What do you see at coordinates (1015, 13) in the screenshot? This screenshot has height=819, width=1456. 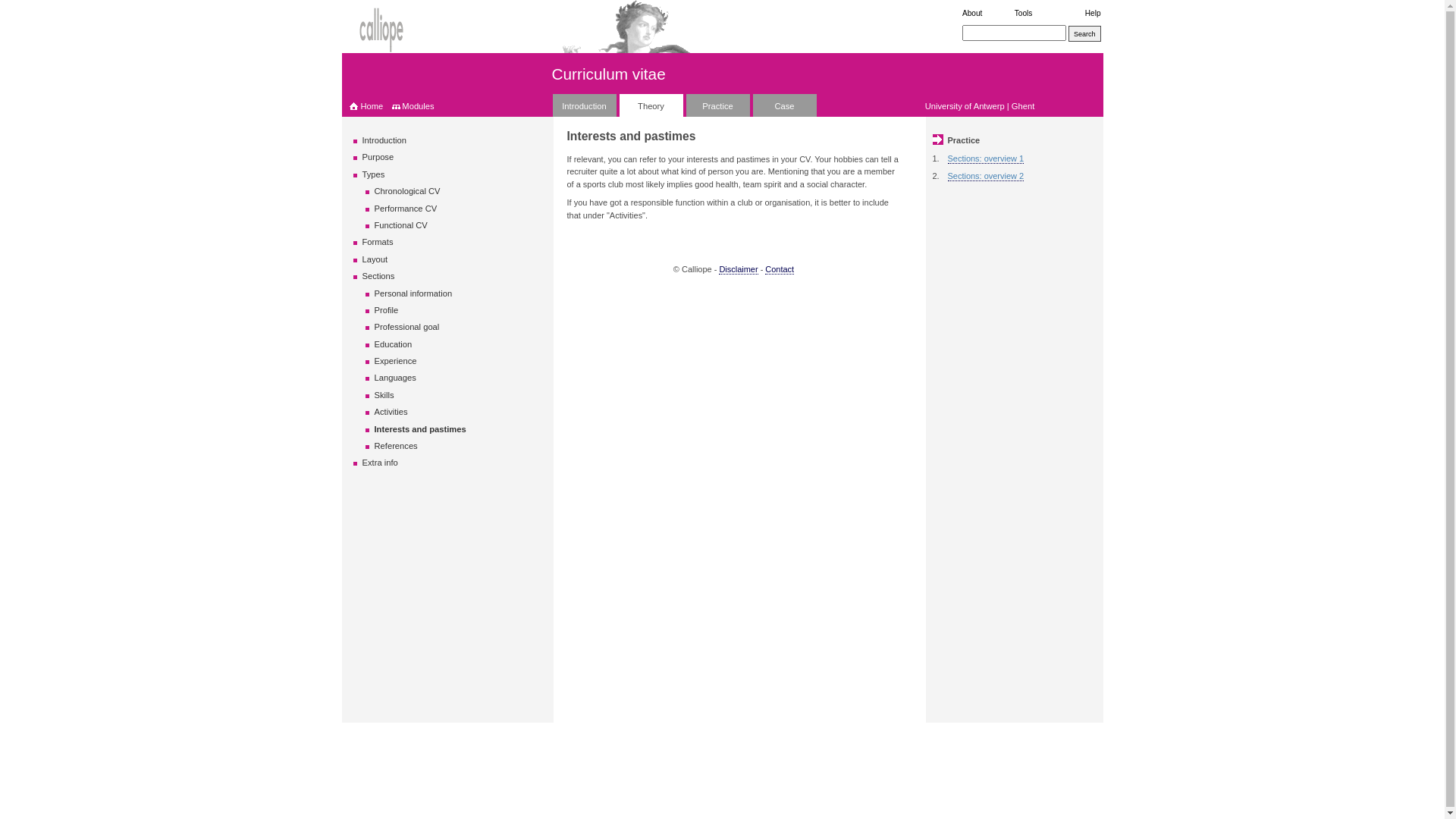 I see `'Tools'` at bounding box center [1015, 13].